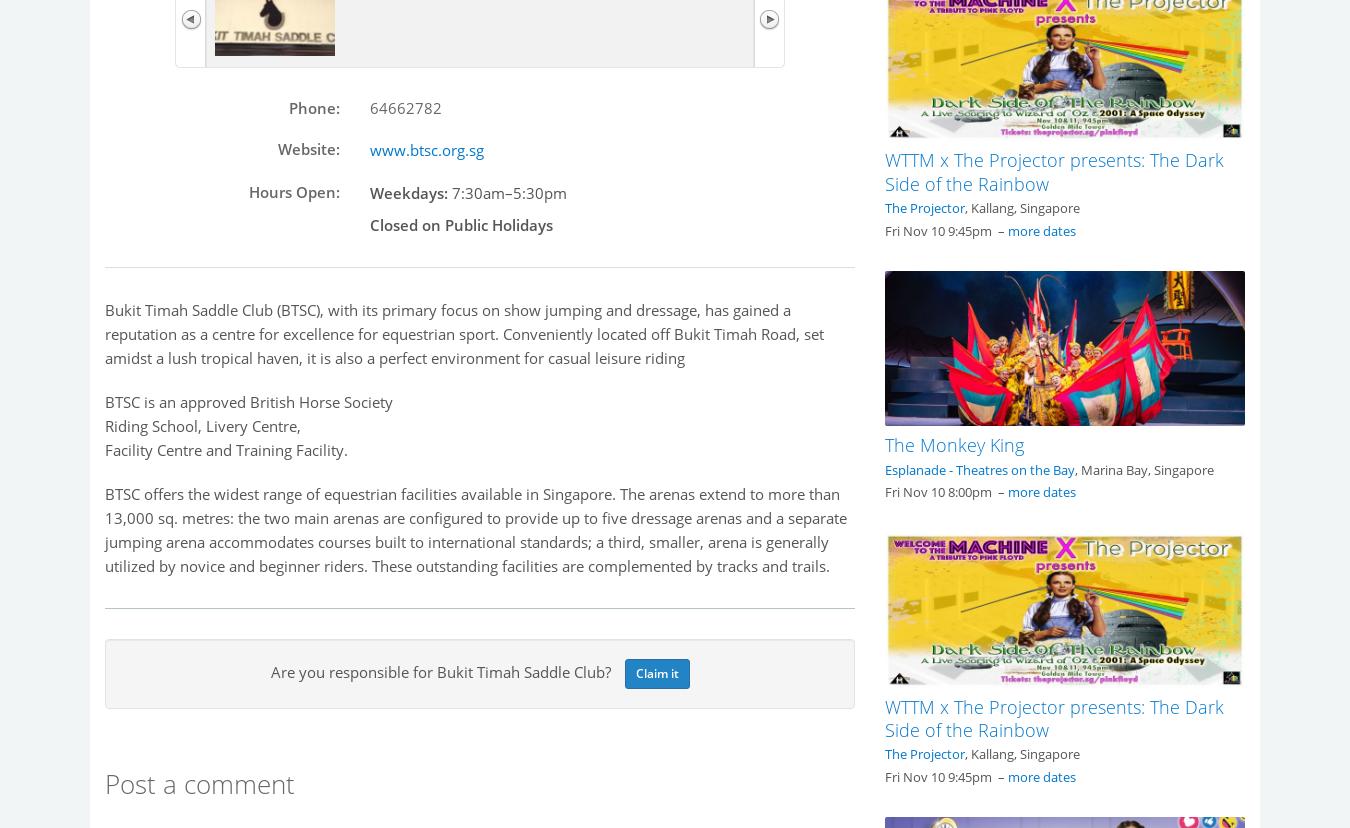  What do you see at coordinates (885, 491) in the screenshot?
I see `'Fri Nov 10 8:00pm'` at bounding box center [885, 491].